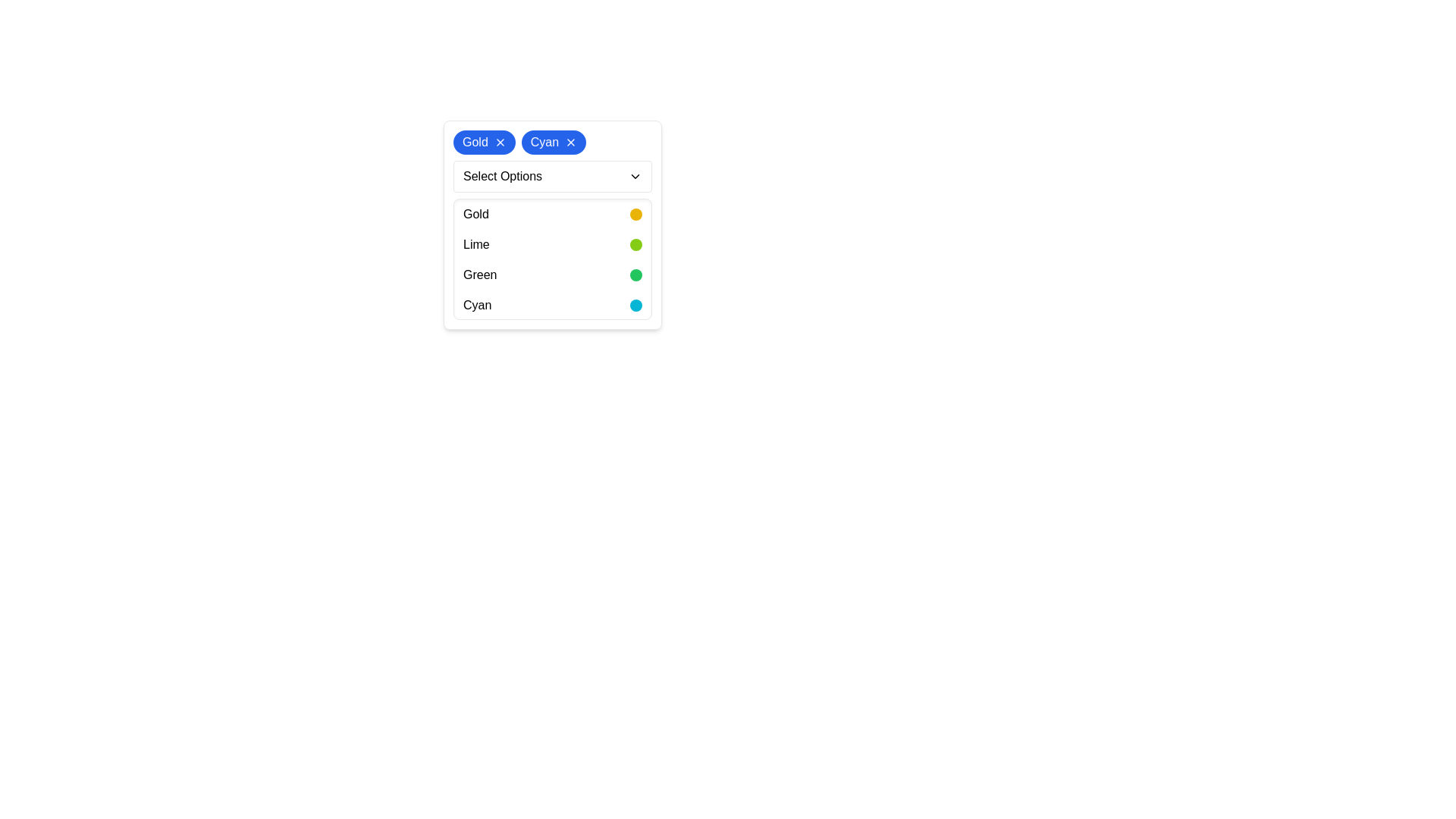  Describe the element at coordinates (552, 225) in the screenshot. I see `the dropdown menu within the selection interface that contains tags, a dropdown menu, and list items, which is centrally positioned in the interface` at that location.